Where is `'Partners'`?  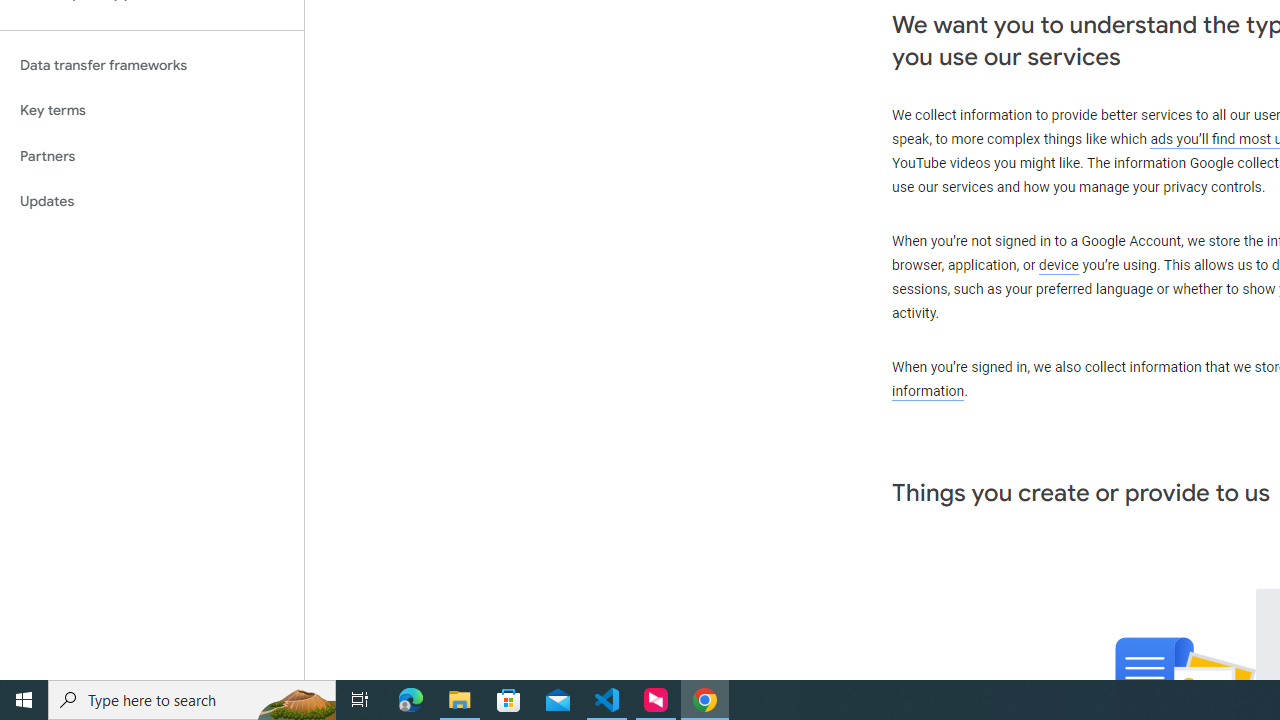
'Partners' is located at coordinates (151, 155).